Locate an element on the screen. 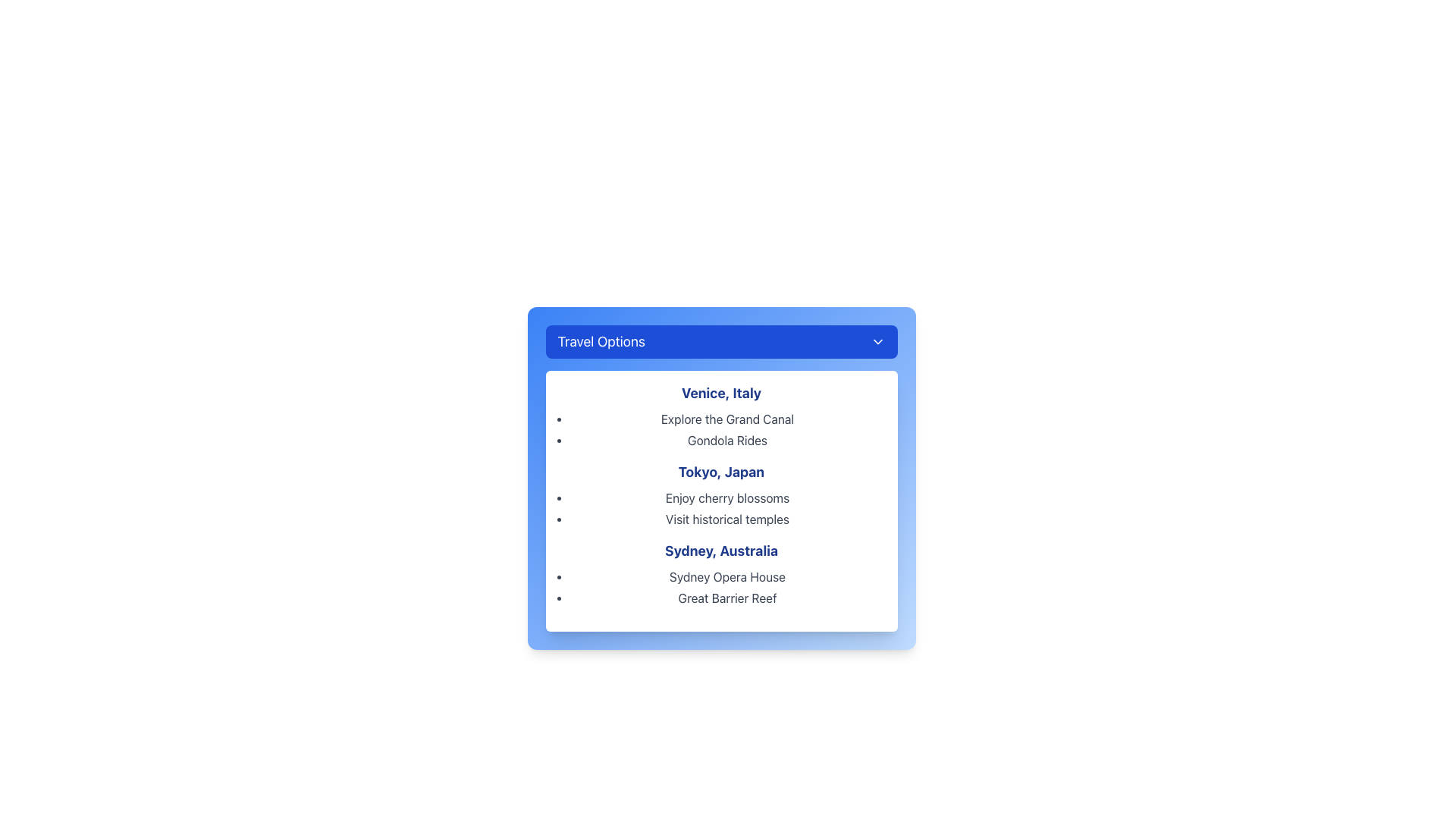 This screenshot has height=819, width=1456. the header text label displaying 'Tokyo, Japan', which is styled in bold and blue font, located centrally within a structured list in a card layout, positioned below 'Venice, Italy' is located at coordinates (720, 472).